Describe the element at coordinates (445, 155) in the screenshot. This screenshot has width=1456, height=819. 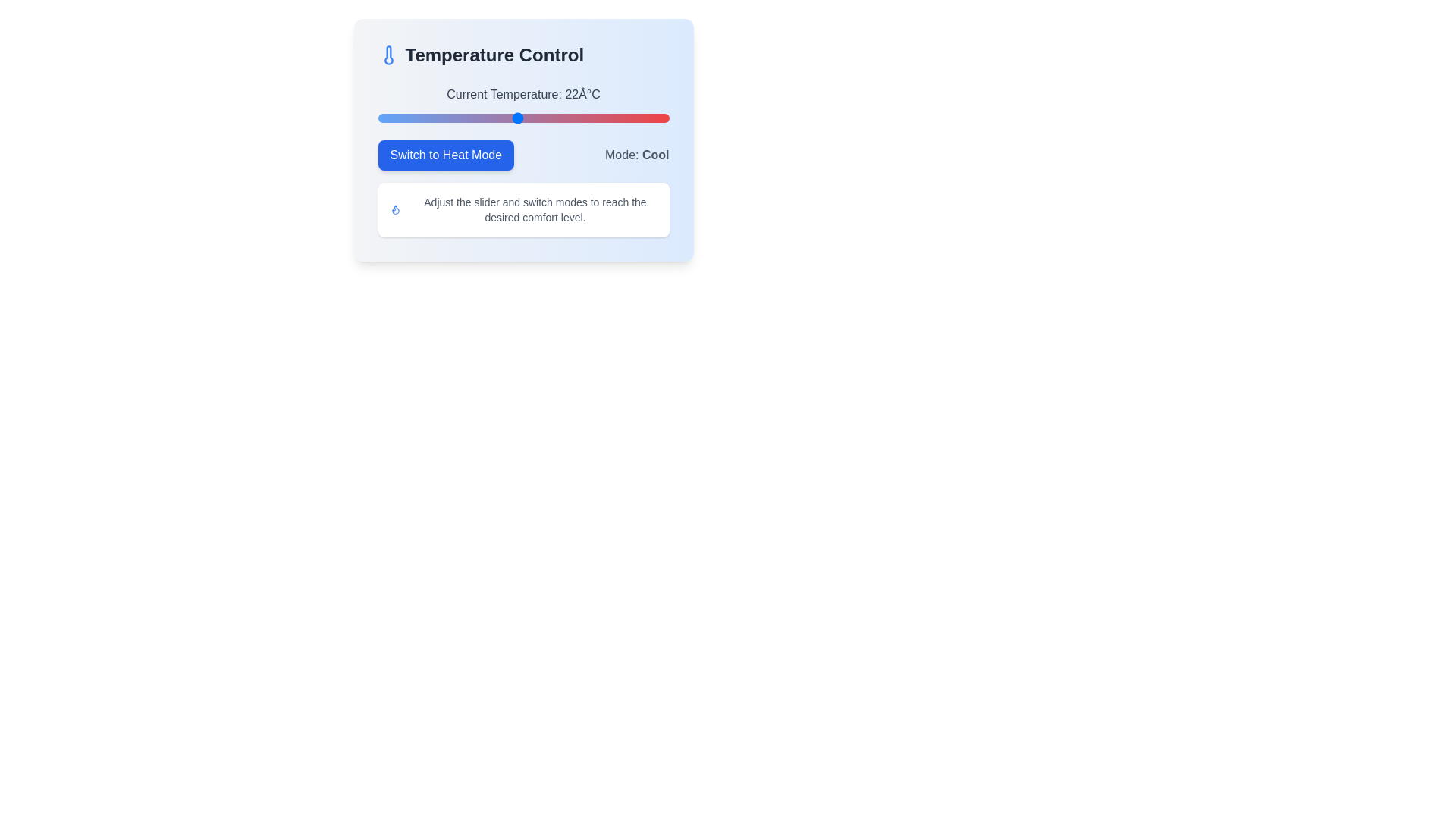
I see `the 'Switch to Heat Mode' button to toggle the mode` at that location.